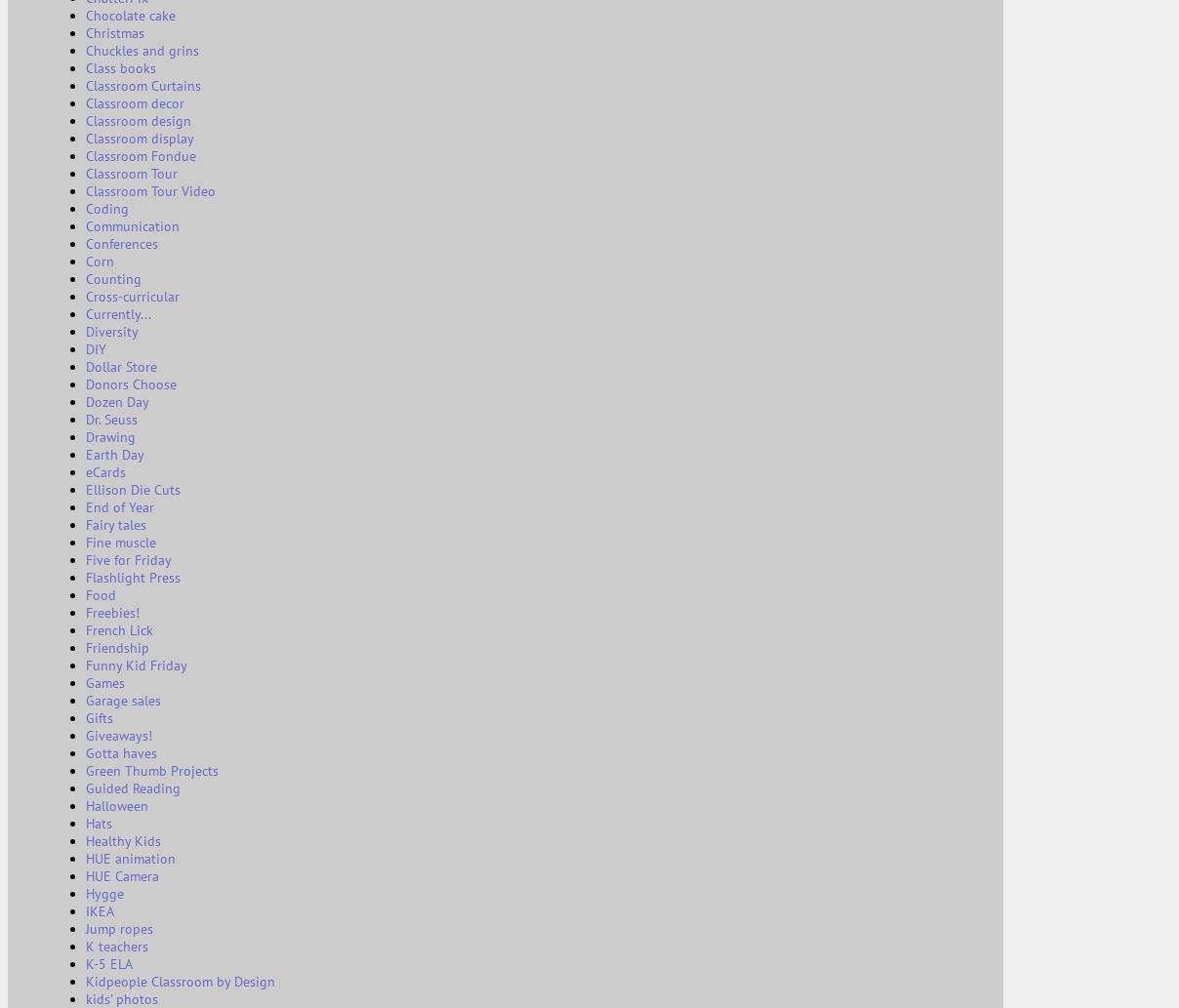 The height and width of the screenshot is (1008, 1179). Describe the element at coordinates (132, 788) in the screenshot. I see `'Guided Reading'` at that location.